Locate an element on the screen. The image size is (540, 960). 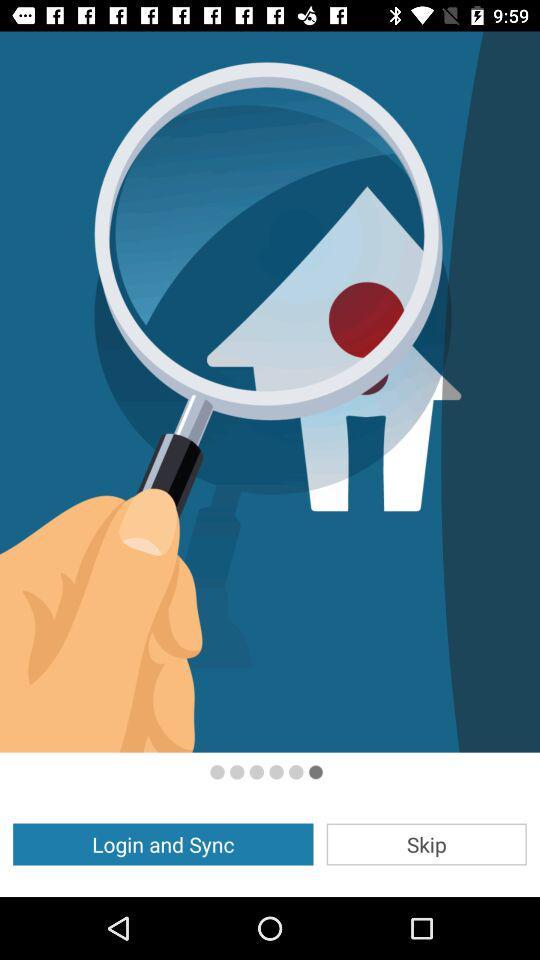
the skip item is located at coordinates (425, 843).